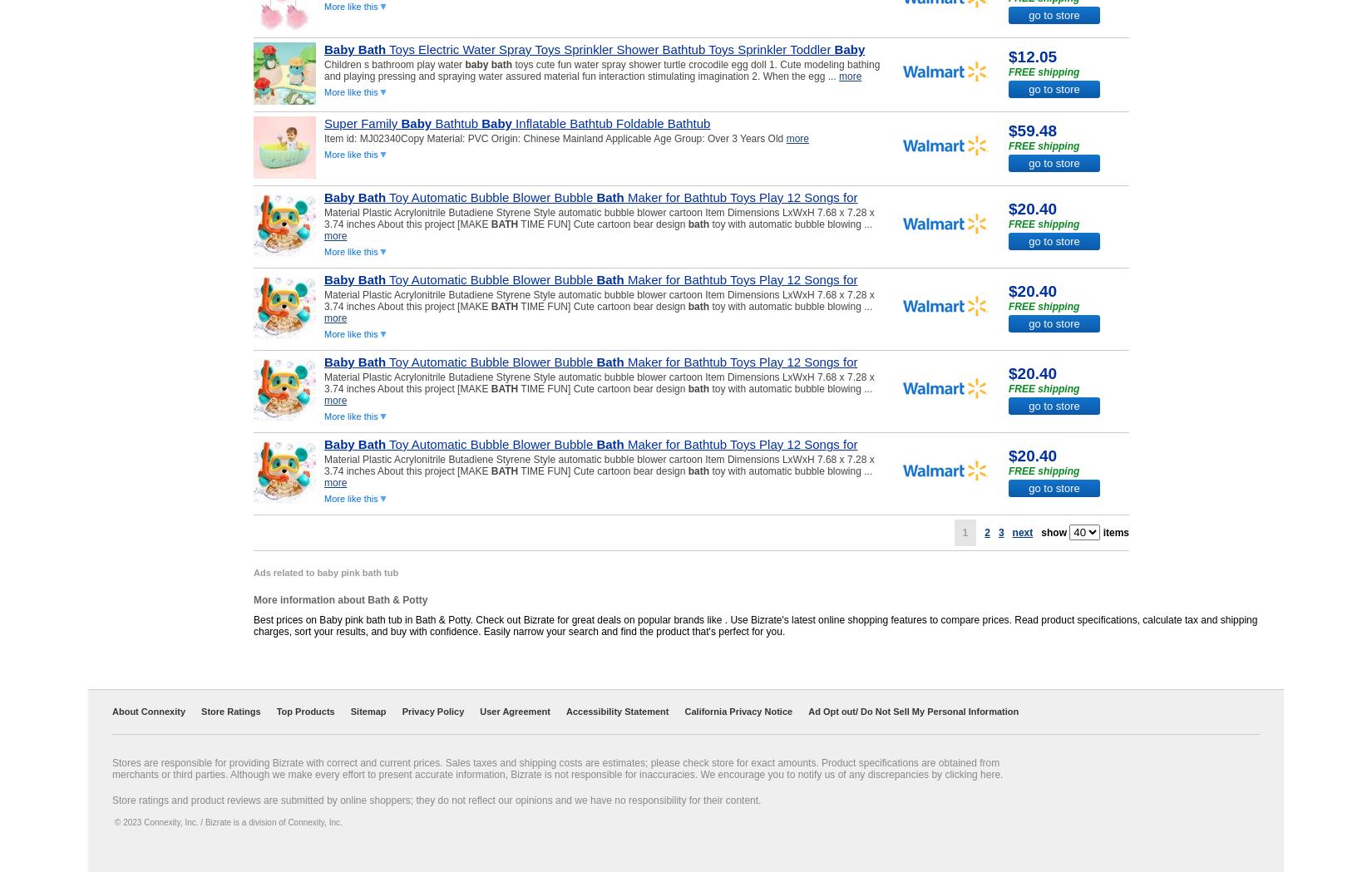 This screenshot has height=872, width=1372. I want to click on 'Super Family', so click(361, 123).